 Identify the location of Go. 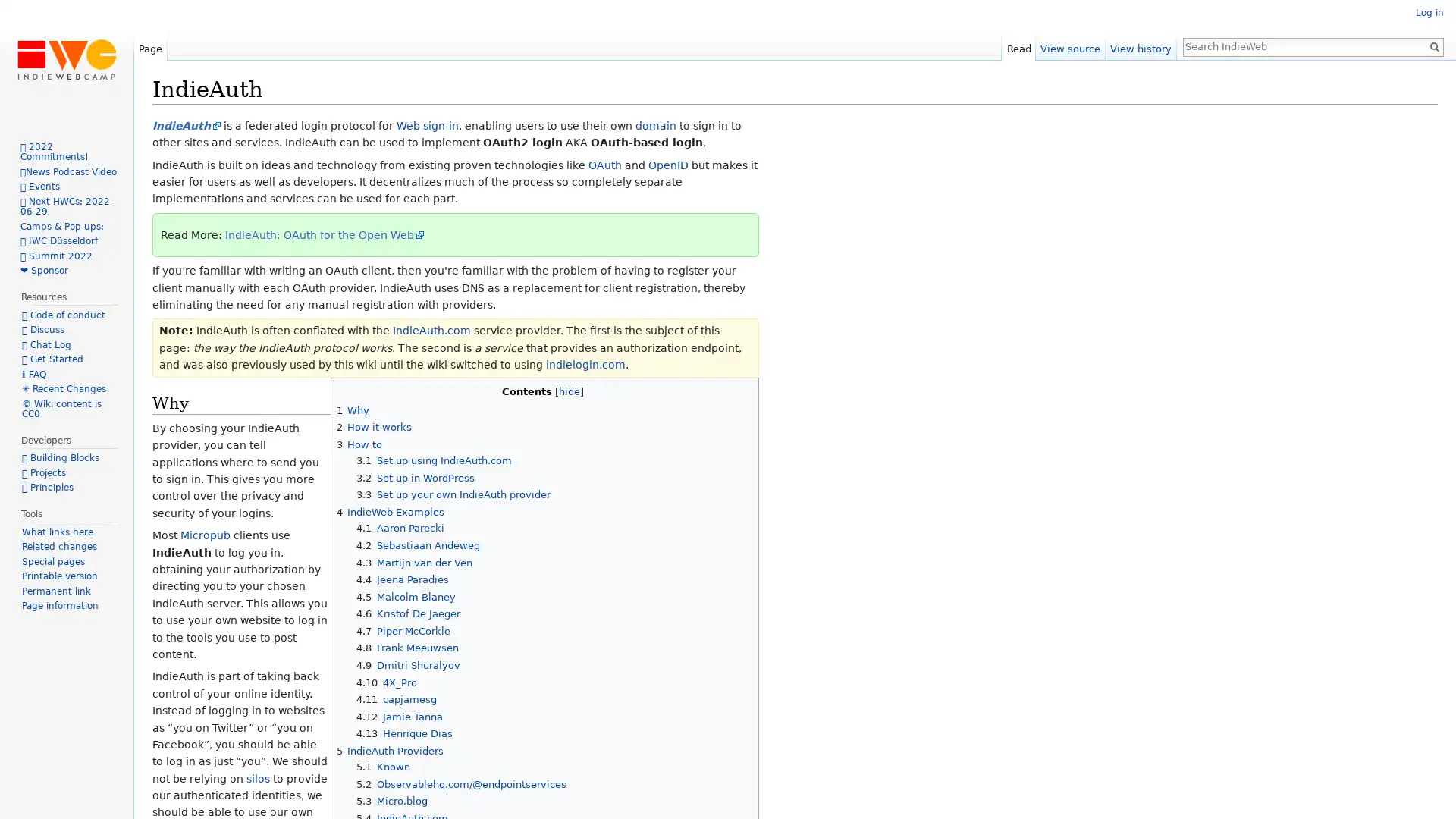
(1433, 45).